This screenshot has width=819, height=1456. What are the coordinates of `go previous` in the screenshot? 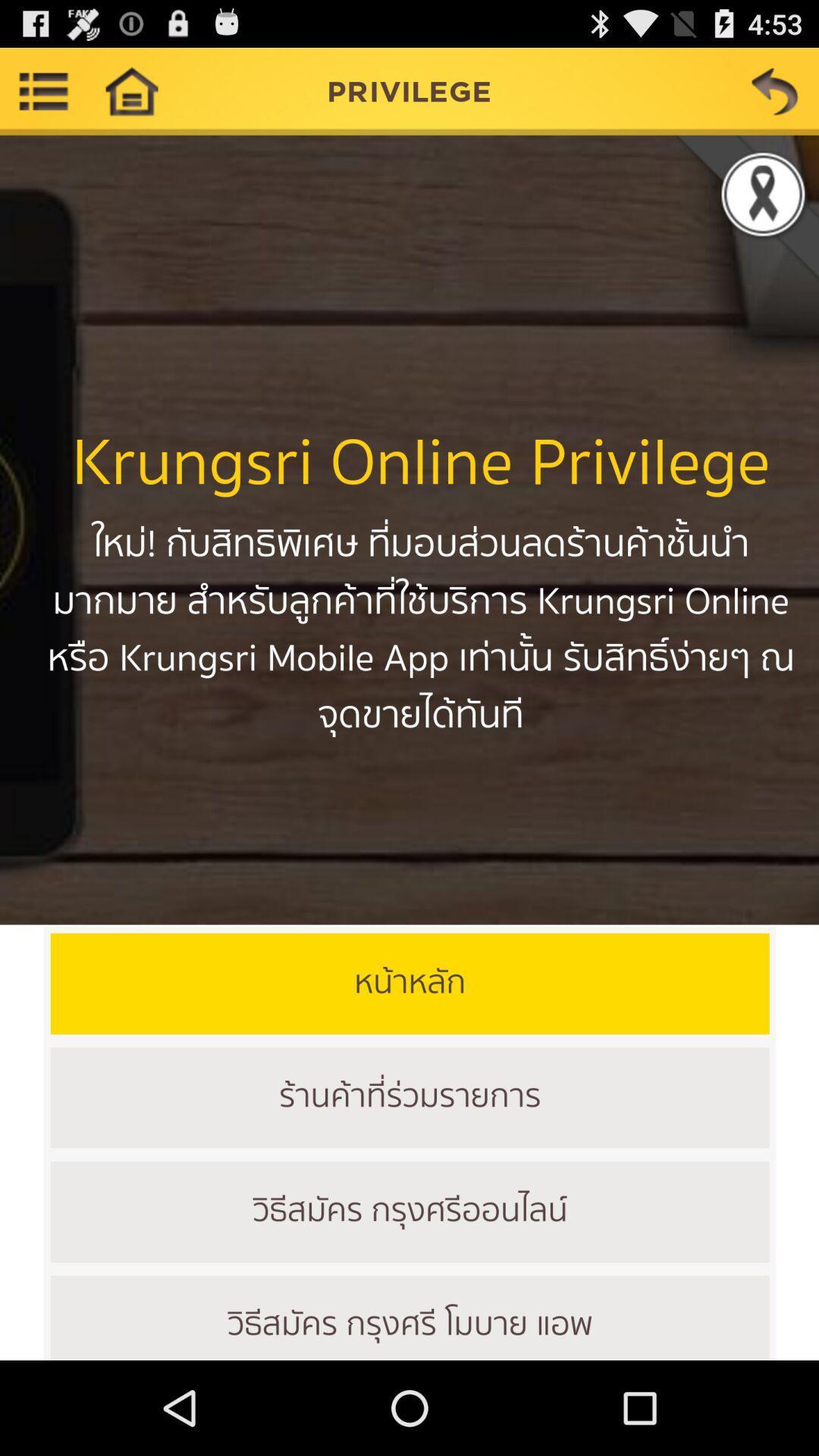 It's located at (775, 90).